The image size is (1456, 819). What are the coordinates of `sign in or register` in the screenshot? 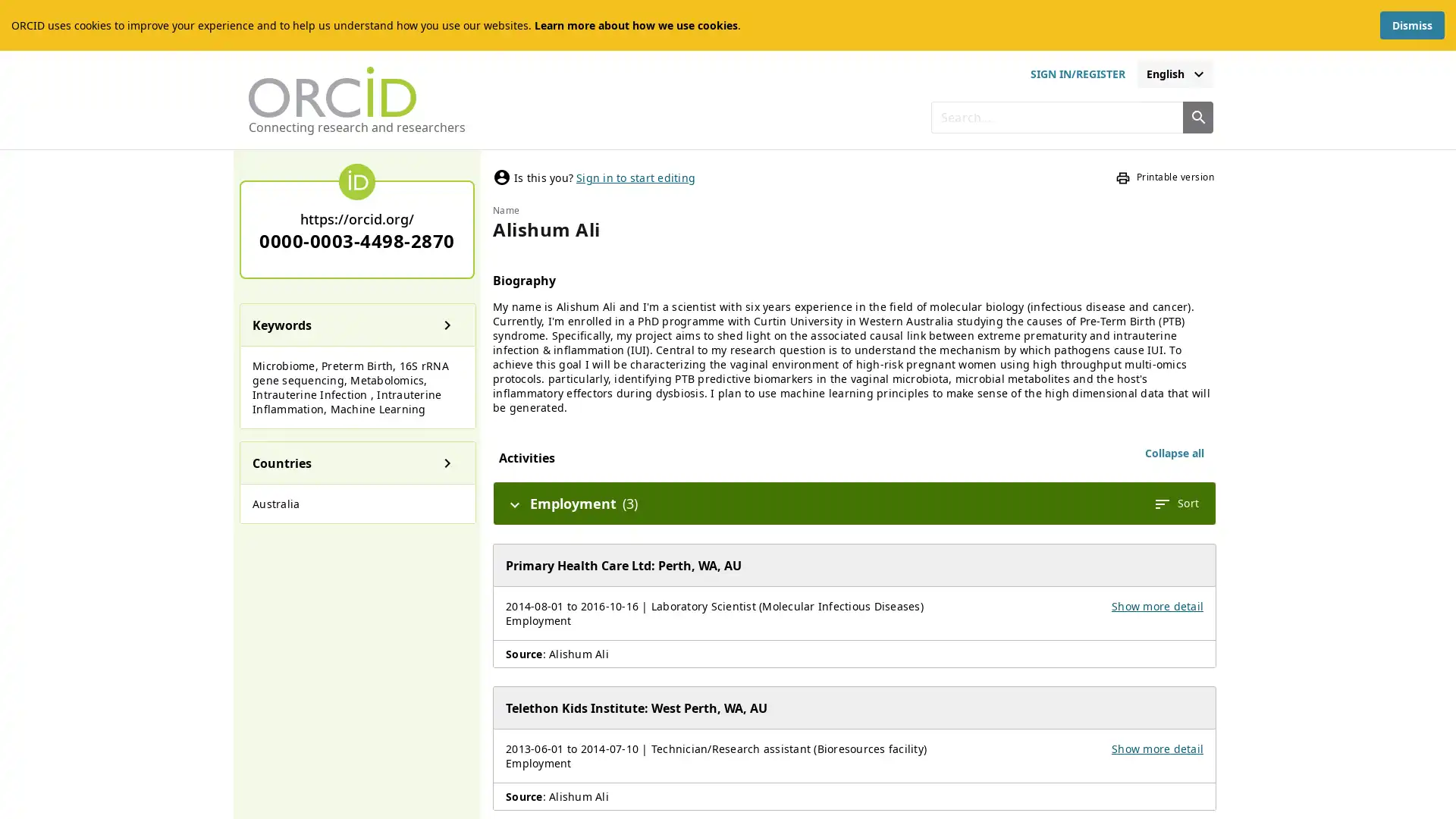 It's located at (1076, 74).